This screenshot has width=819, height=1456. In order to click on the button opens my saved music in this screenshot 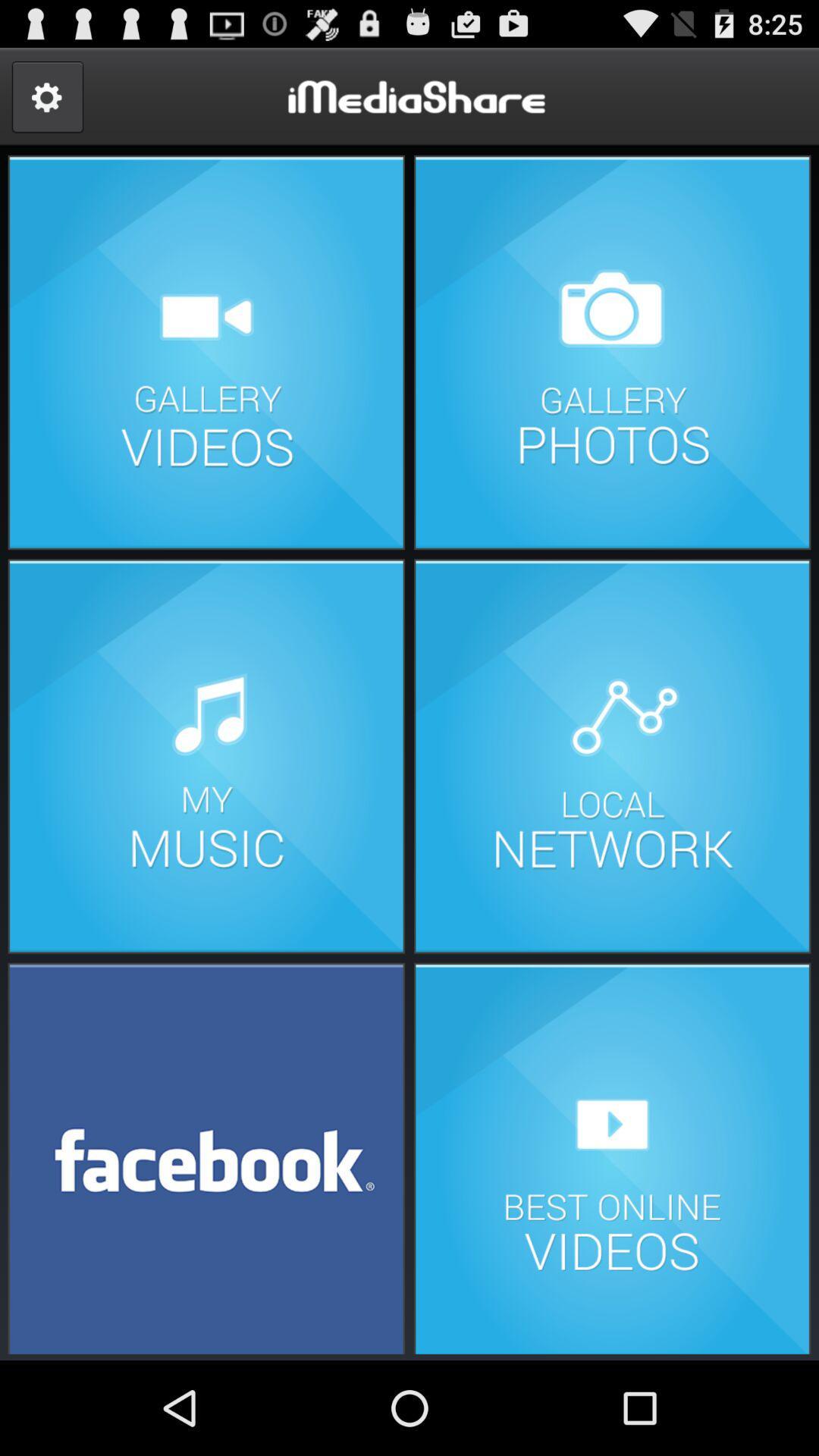, I will do `click(206, 756)`.